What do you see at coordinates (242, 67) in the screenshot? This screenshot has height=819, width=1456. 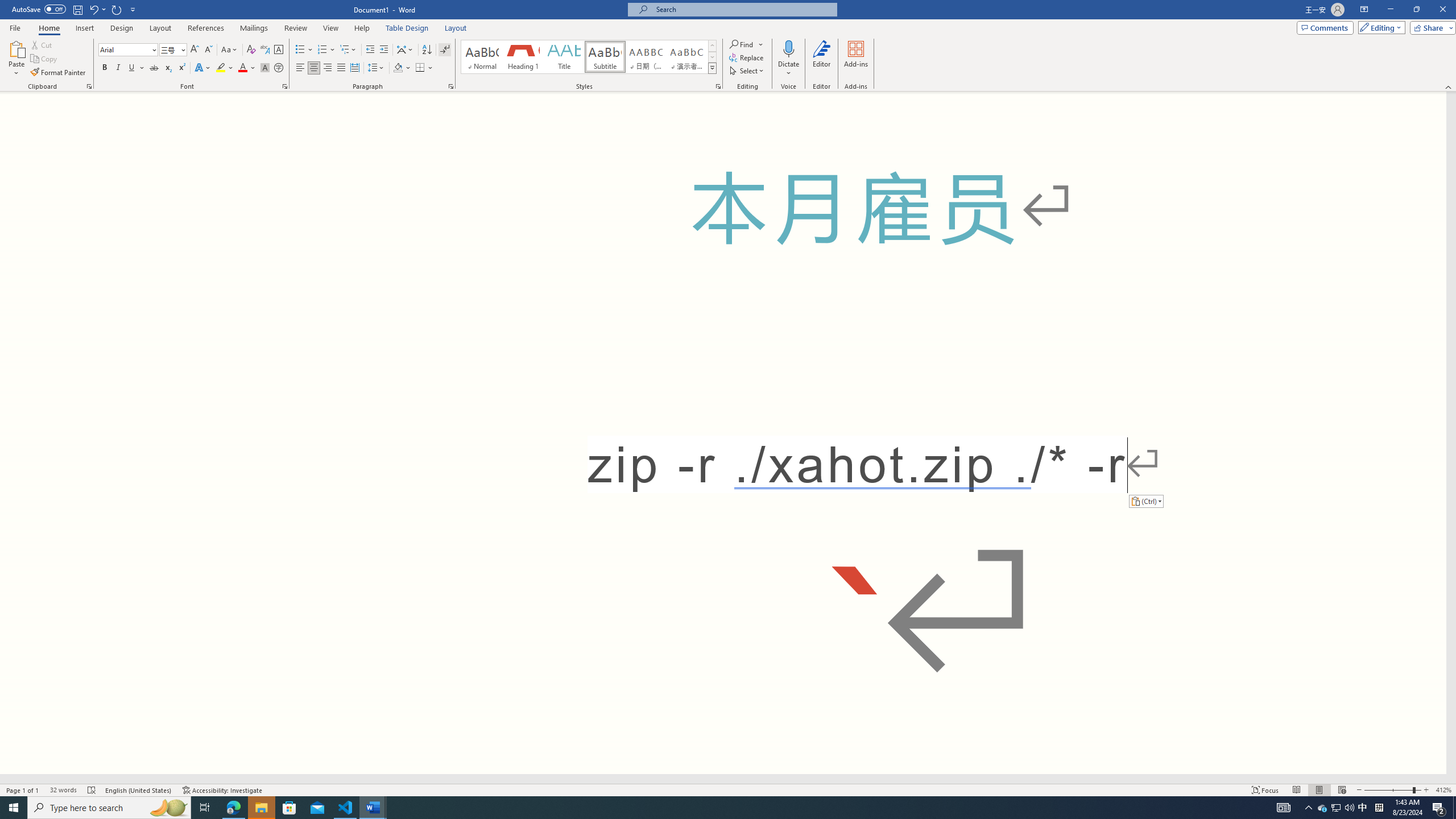 I see `'Font Color Red'` at bounding box center [242, 67].